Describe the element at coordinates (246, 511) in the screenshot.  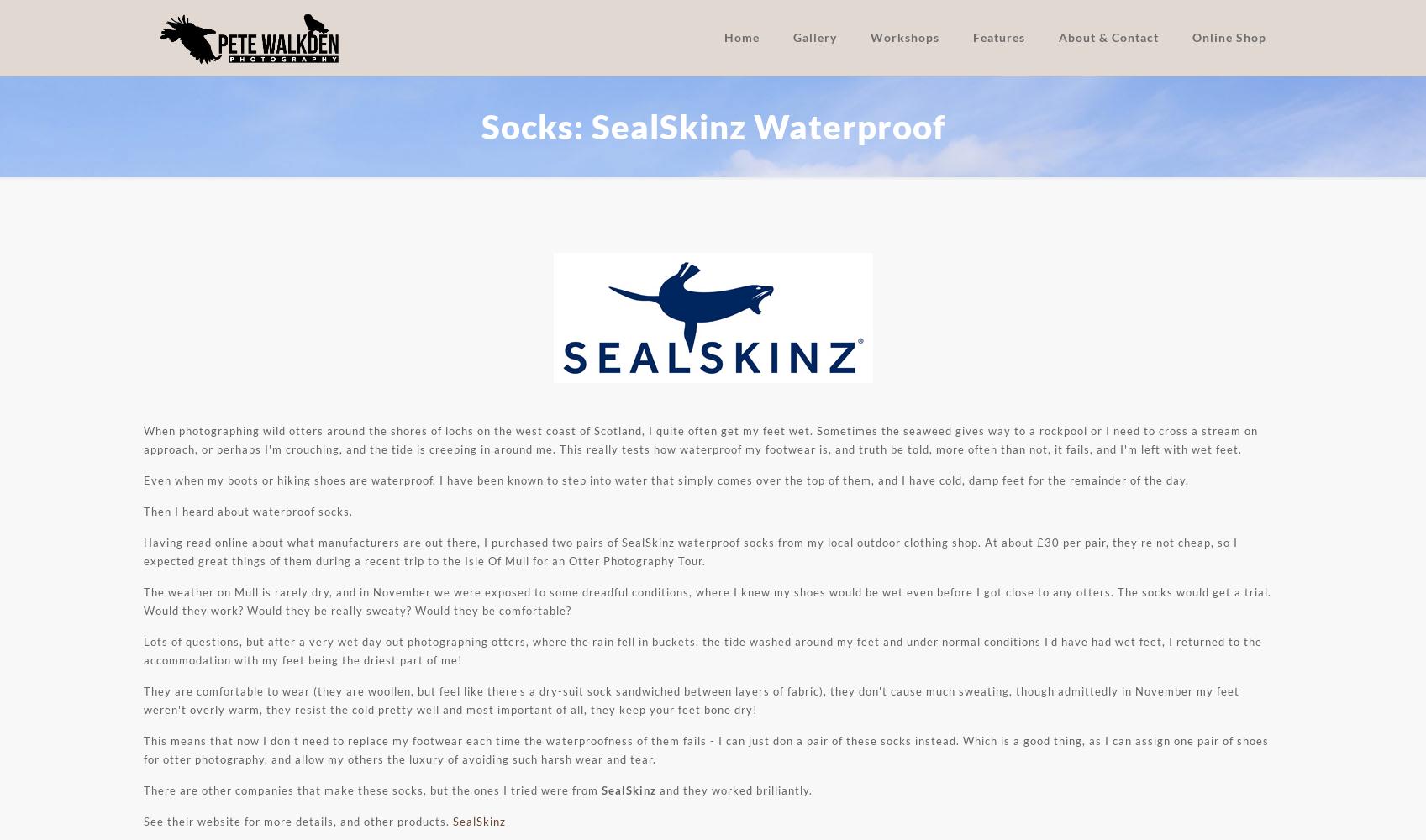
I see `'Then I heard about waterproof socks.'` at that location.